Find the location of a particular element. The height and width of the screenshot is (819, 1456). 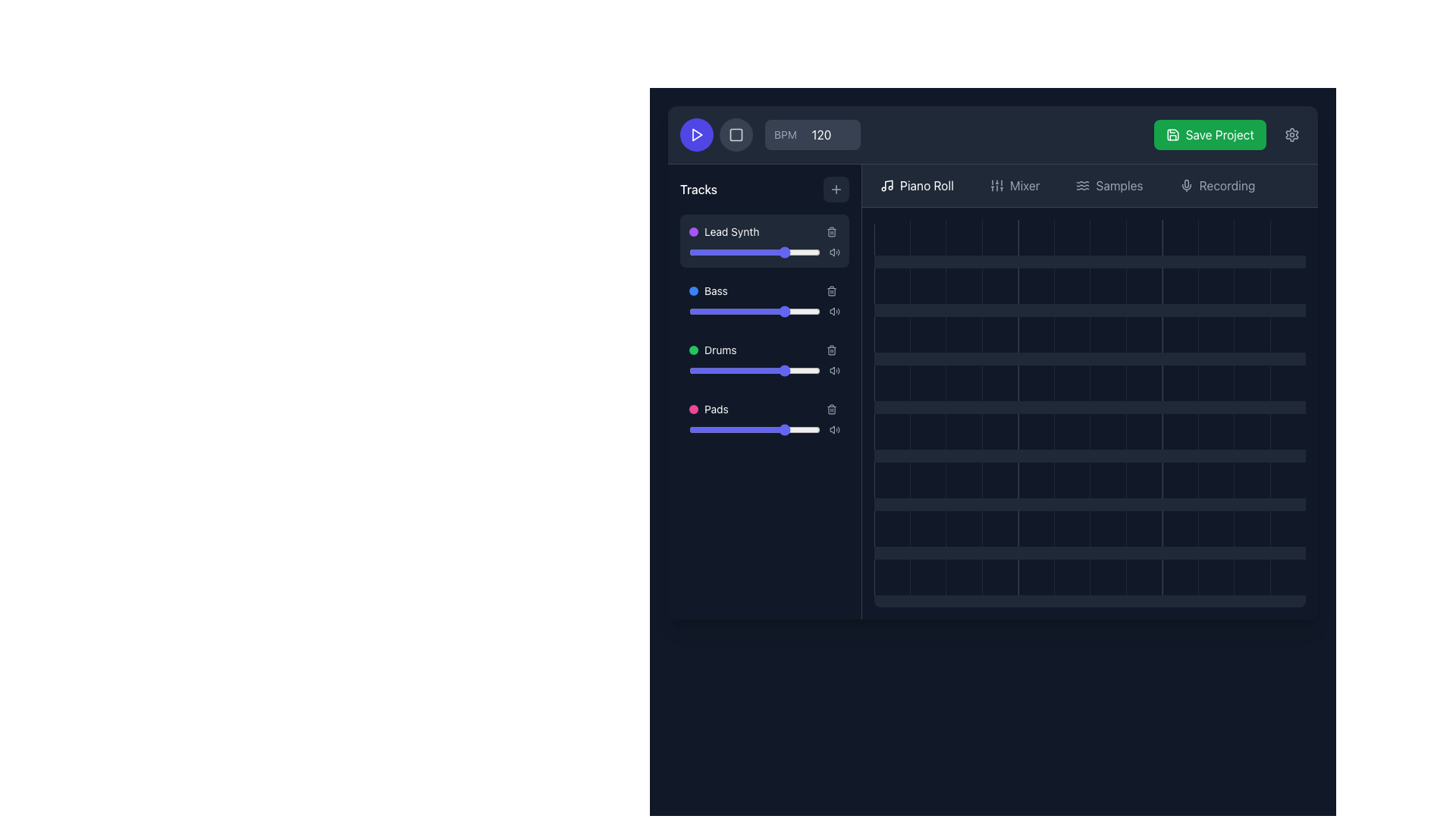

the dark gray grid tile located in the 6th column of the 5th row, which exhibits a subtle transition effect when hovered over is located at coordinates (1035, 528).